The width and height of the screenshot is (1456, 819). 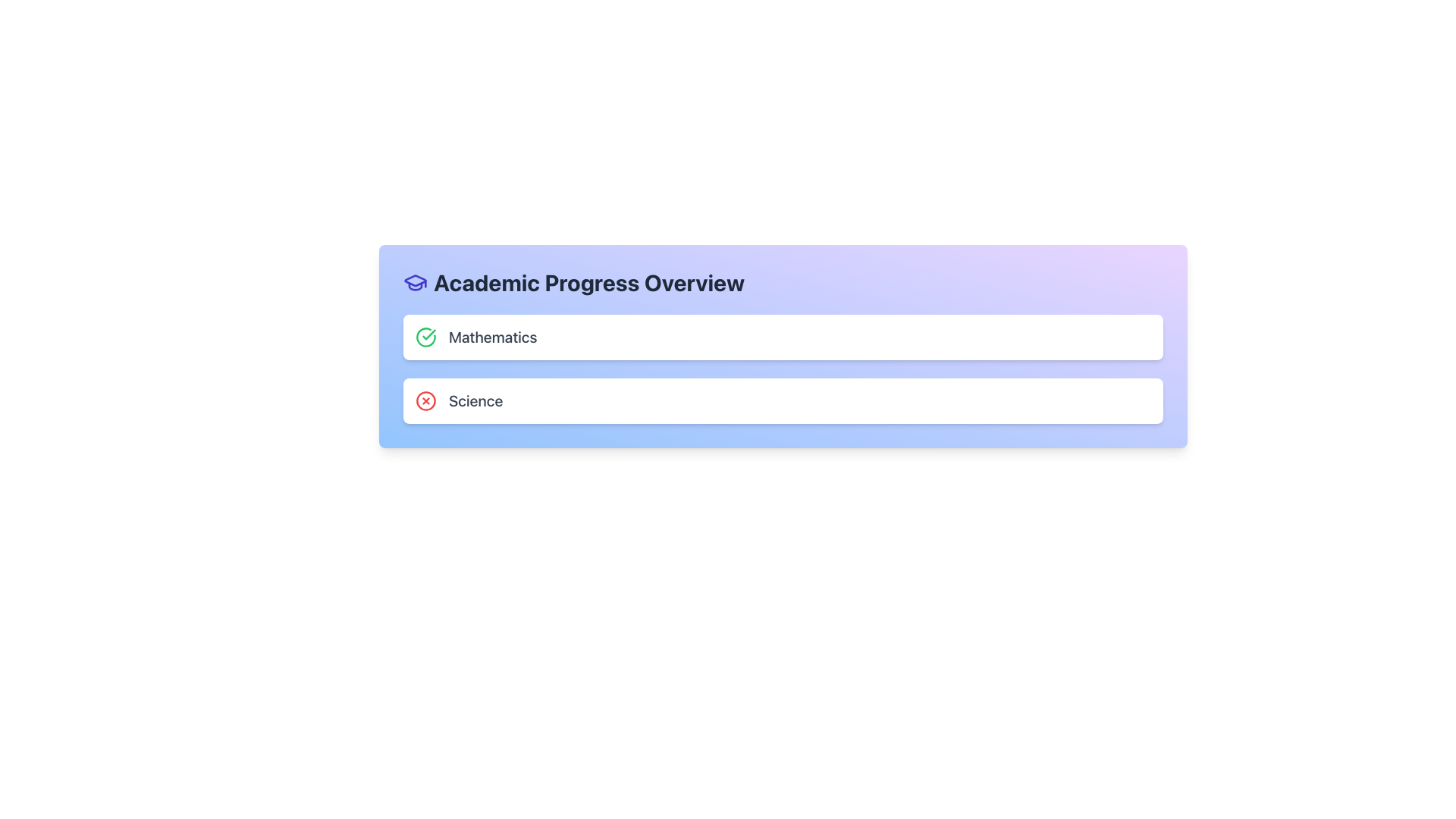 What do you see at coordinates (425, 400) in the screenshot?
I see `the negative status icon located to the left of the 'Science' text in the second row under 'Academic Progress Overview'` at bounding box center [425, 400].